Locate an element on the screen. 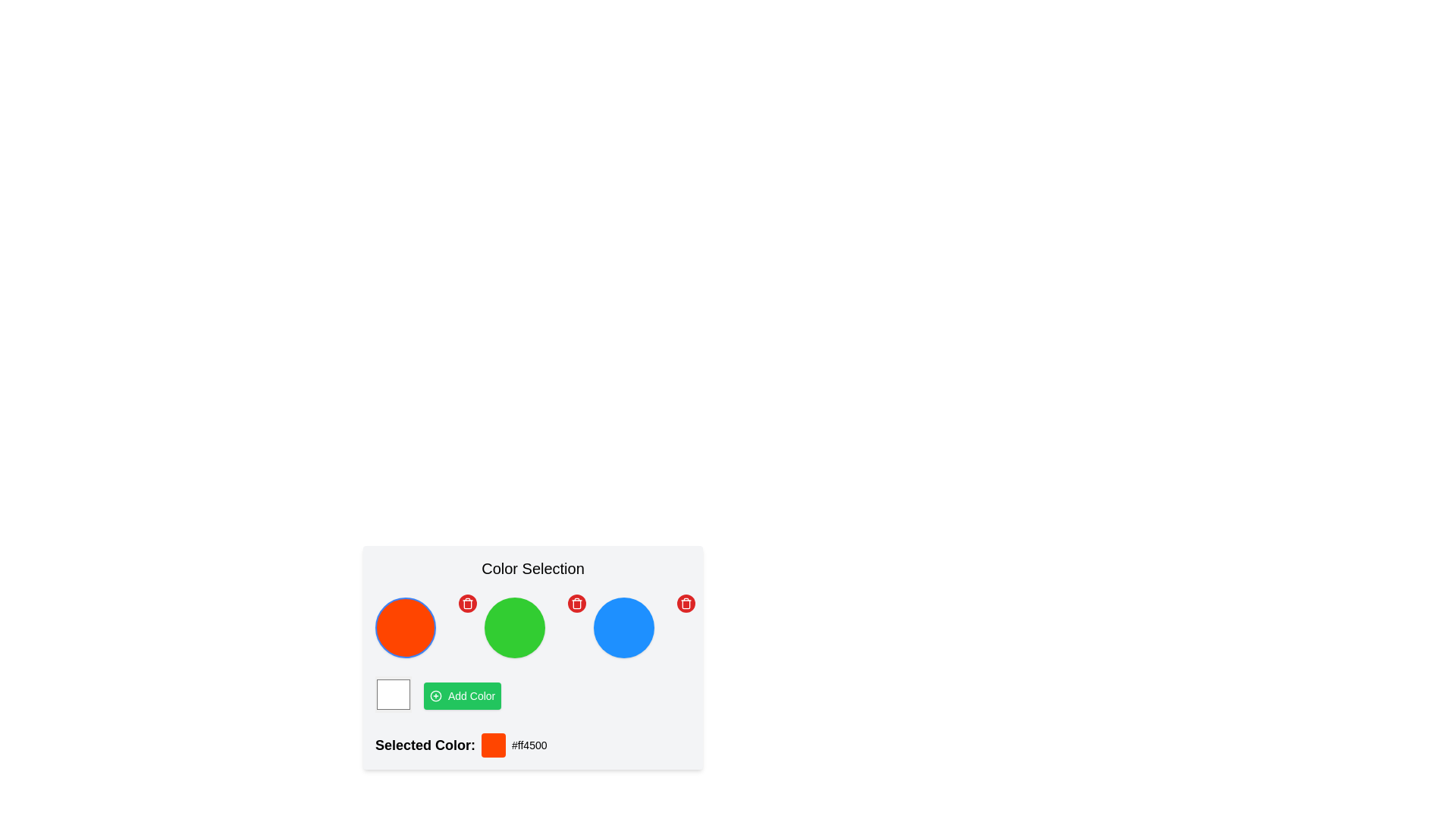  the green rectangular button labeled 'Add Color' for additional information is located at coordinates (462, 695).